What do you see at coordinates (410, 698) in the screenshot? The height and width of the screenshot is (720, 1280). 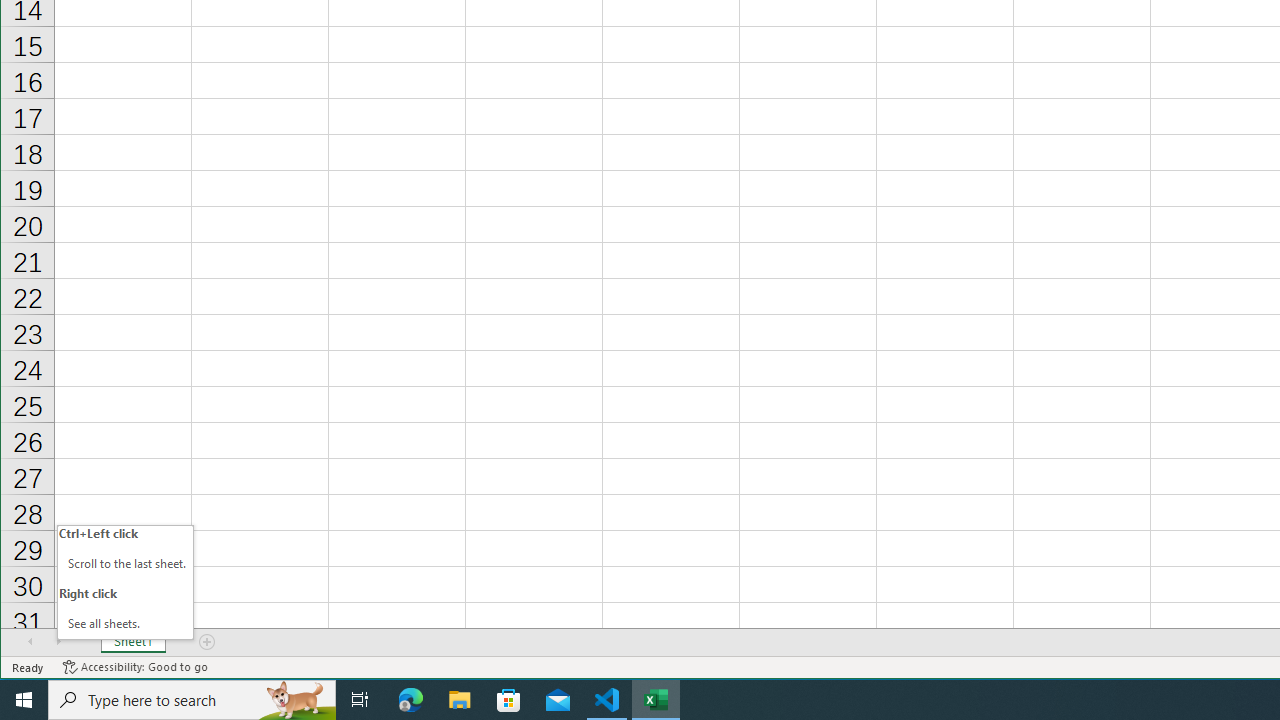 I see `'Microsoft Edge'` at bounding box center [410, 698].